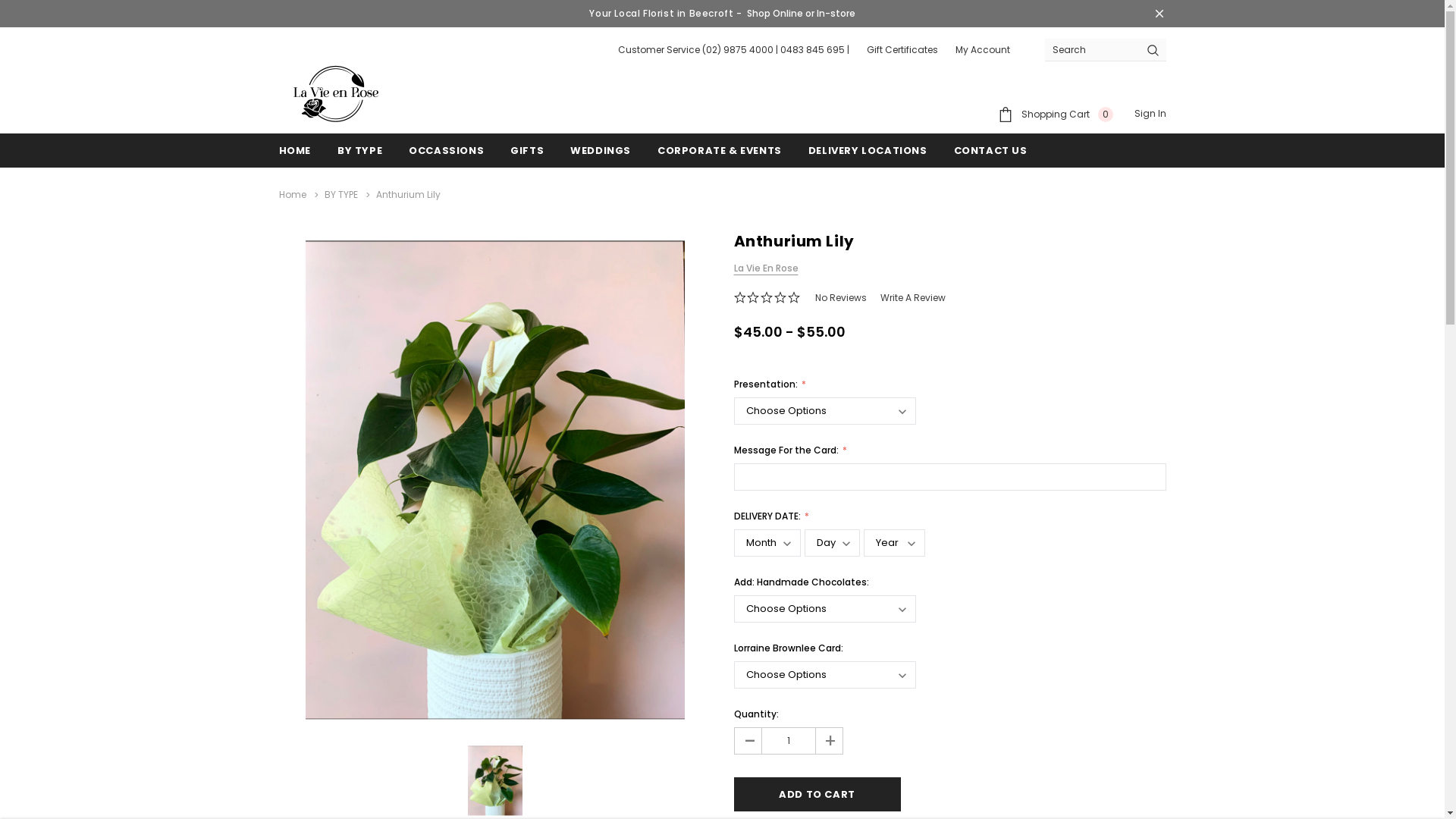 The image size is (1456, 819). What do you see at coordinates (800, 14) in the screenshot?
I see `'Shop Online or In-store'` at bounding box center [800, 14].